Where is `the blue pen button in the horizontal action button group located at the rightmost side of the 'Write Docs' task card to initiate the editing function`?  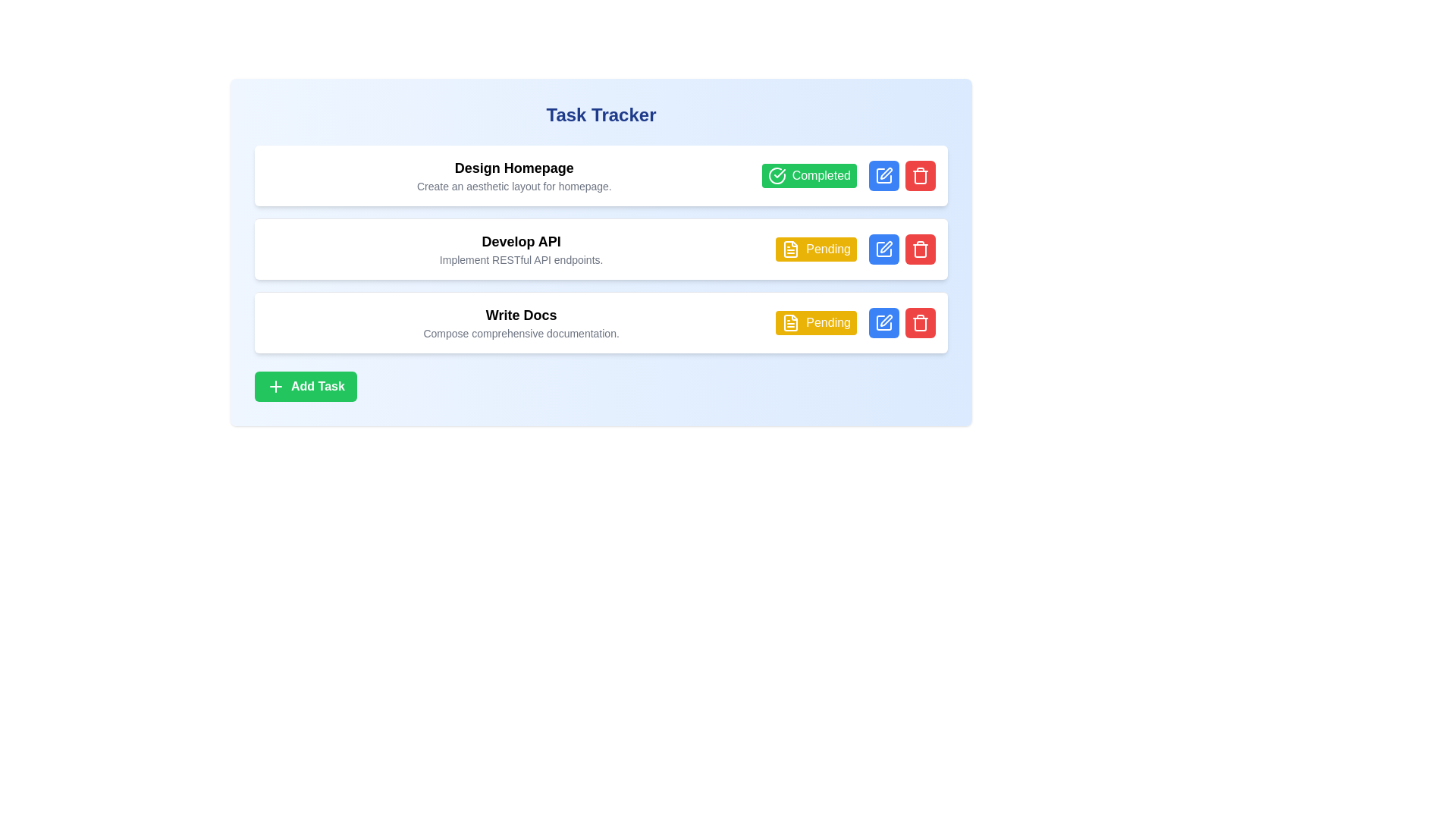 the blue pen button in the horizontal action button group located at the rightmost side of the 'Write Docs' task card to initiate the editing function is located at coordinates (902, 322).